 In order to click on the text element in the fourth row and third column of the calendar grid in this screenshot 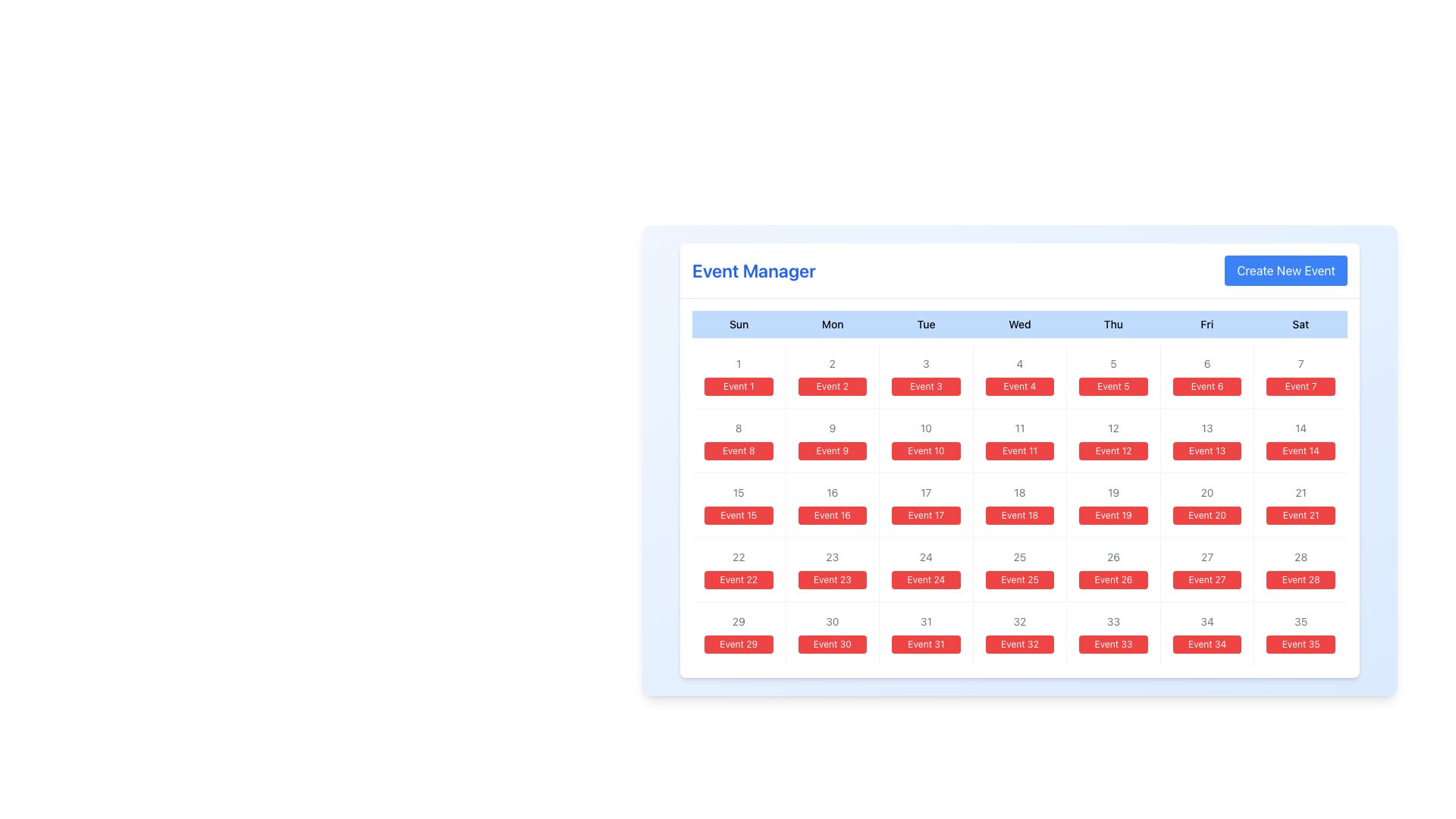, I will do `click(739, 557)`.